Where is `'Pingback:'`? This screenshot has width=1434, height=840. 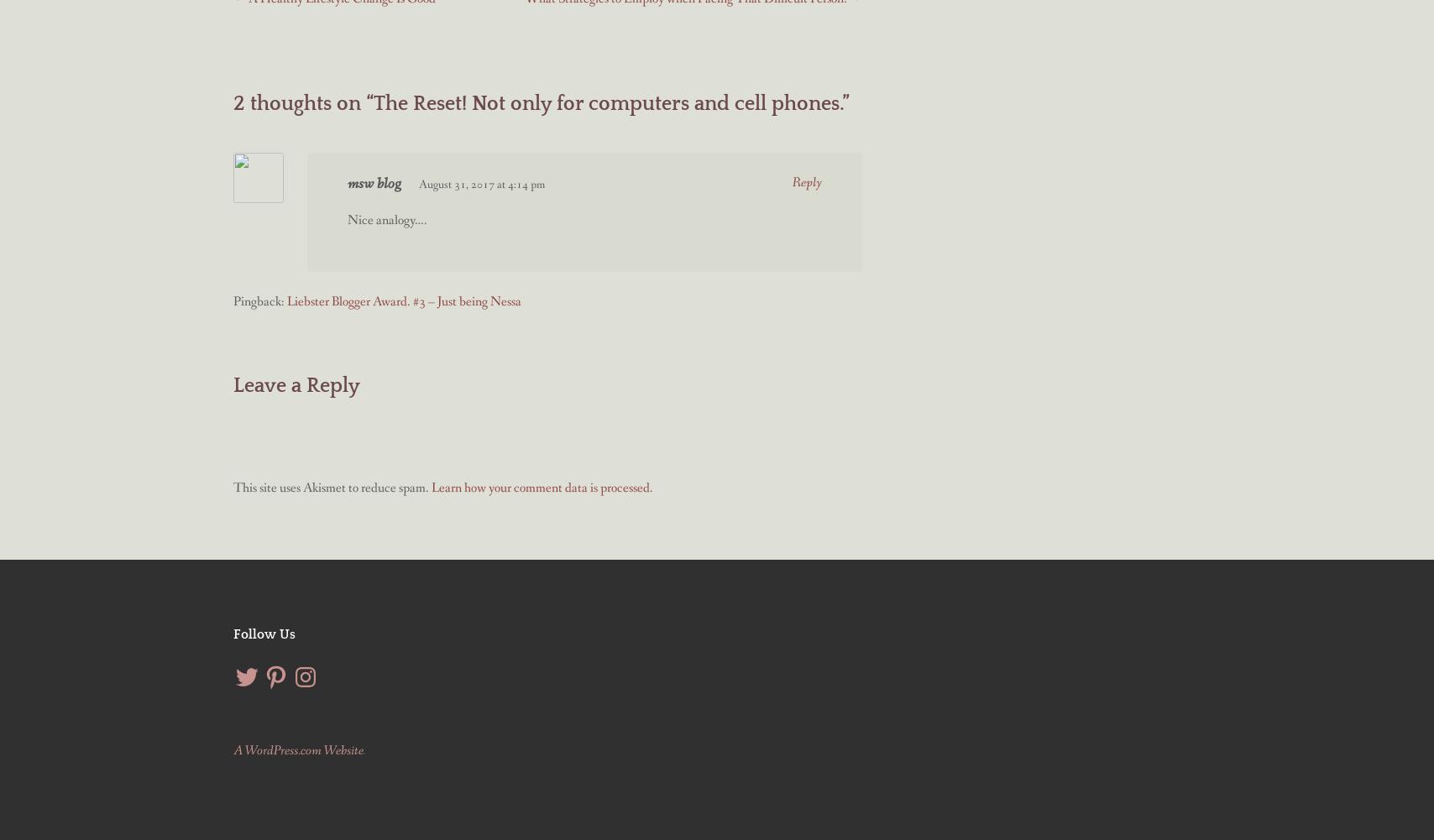 'Pingback:' is located at coordinates (233, 300).